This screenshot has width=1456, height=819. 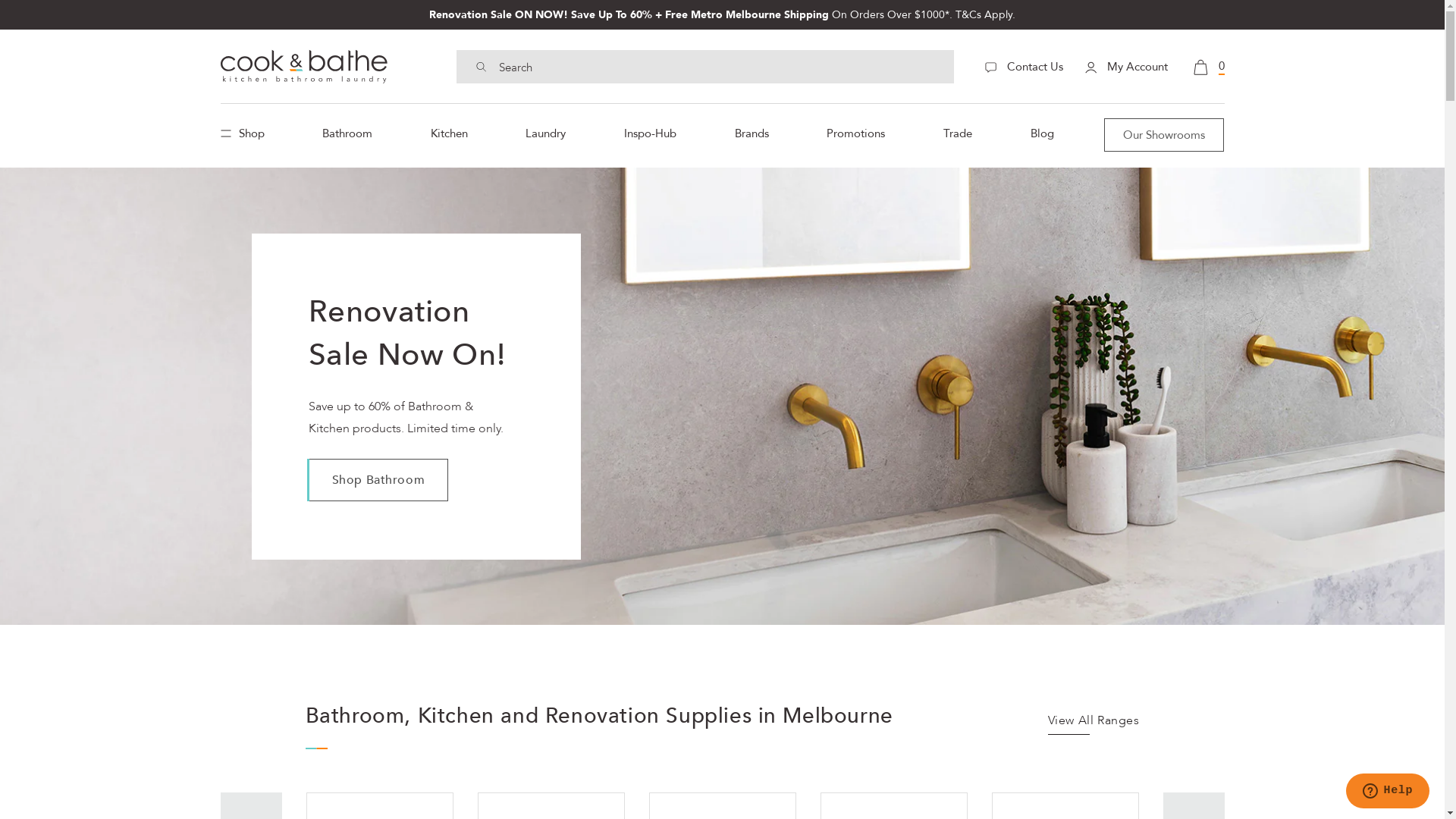 What do you see at coordinates (545, 133) in the screenshot?
I see `'Laundry'` at bounding box center [545, 133].